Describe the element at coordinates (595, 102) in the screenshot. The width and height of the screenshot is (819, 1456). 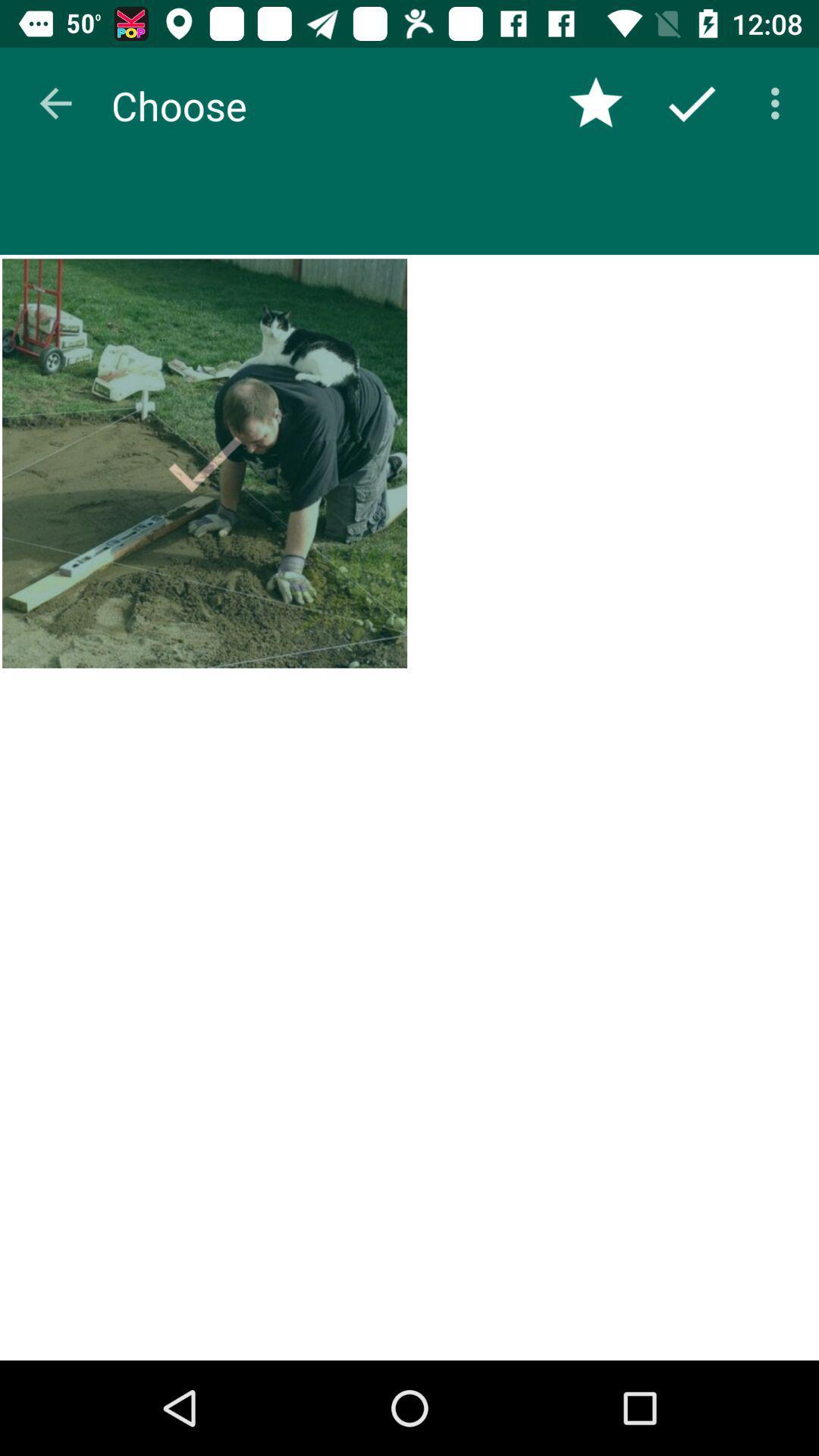
I see `the icon to the right of choose` at that location.